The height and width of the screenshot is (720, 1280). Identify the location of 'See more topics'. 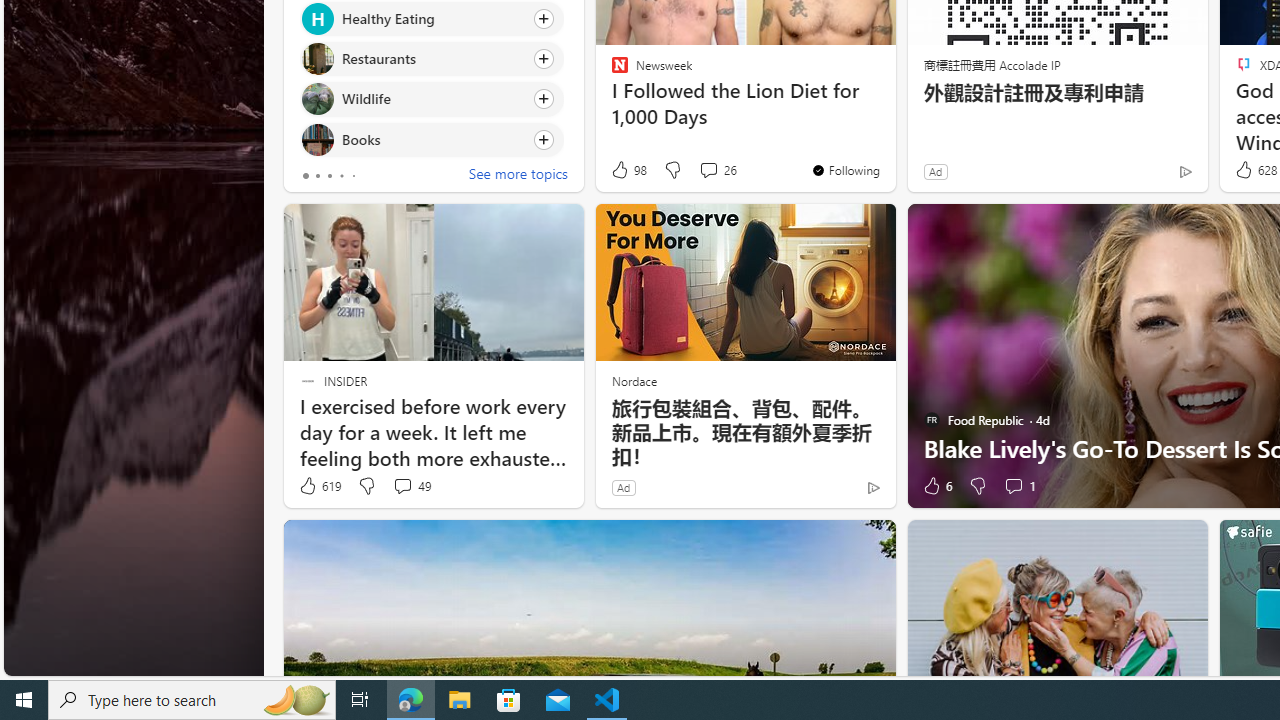
(518, 175).